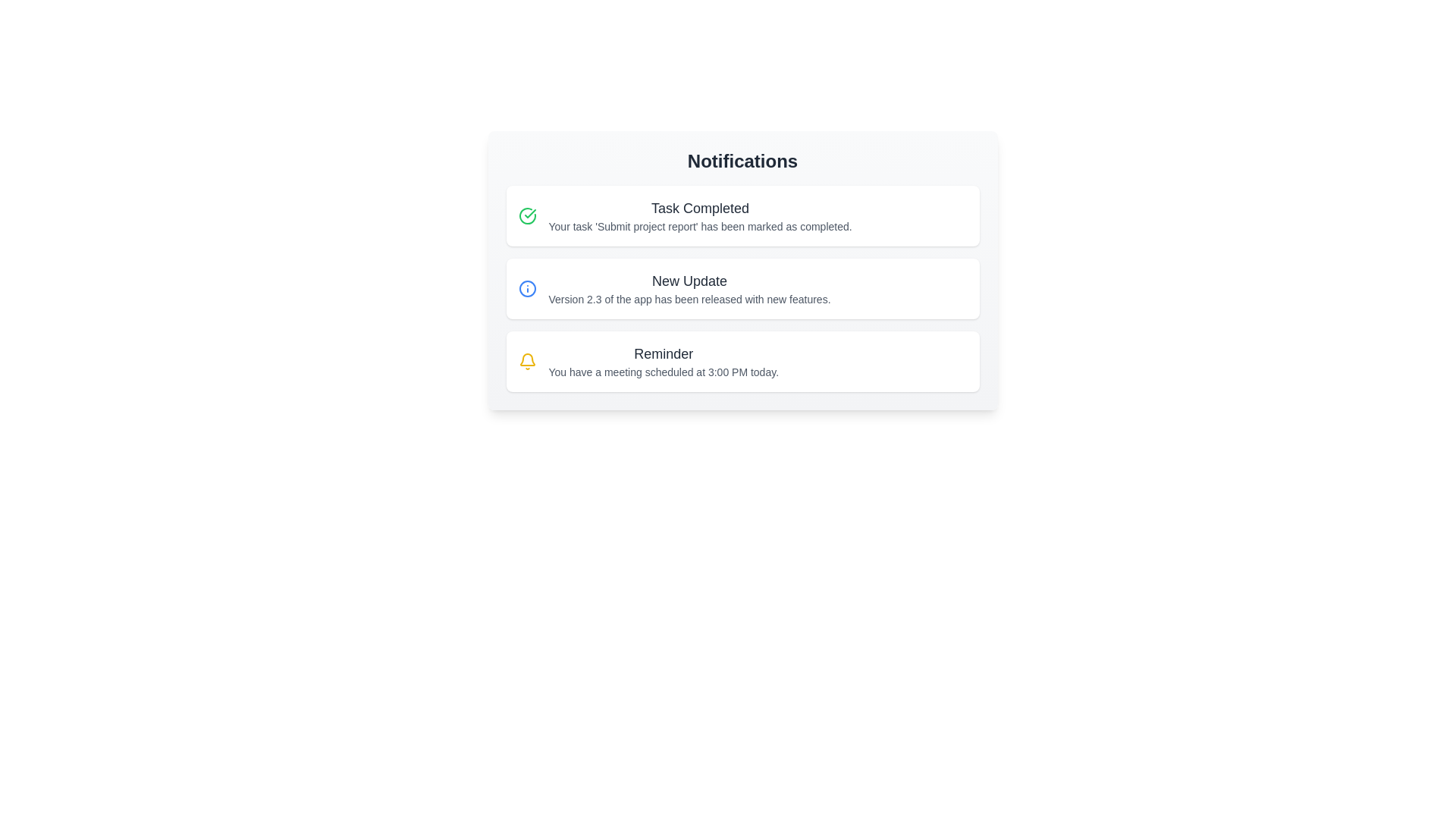 This screenshot has height=819, width=1456. I want to click on the notification titled 'Task Completed' to read its details, so click(742, 216).